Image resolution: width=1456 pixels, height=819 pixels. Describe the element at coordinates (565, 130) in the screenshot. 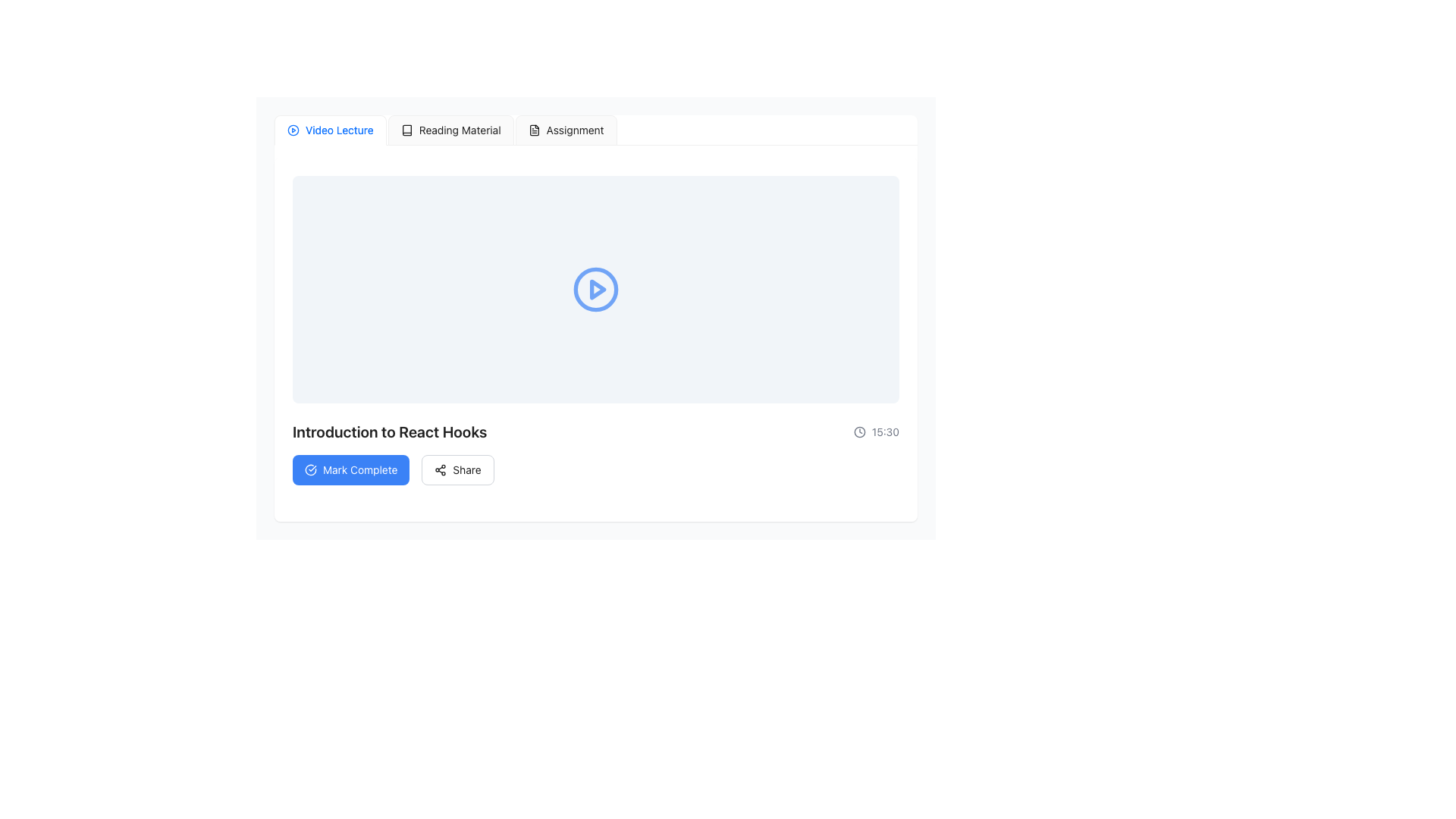

I see `the 'Assignment' tab` at that location.